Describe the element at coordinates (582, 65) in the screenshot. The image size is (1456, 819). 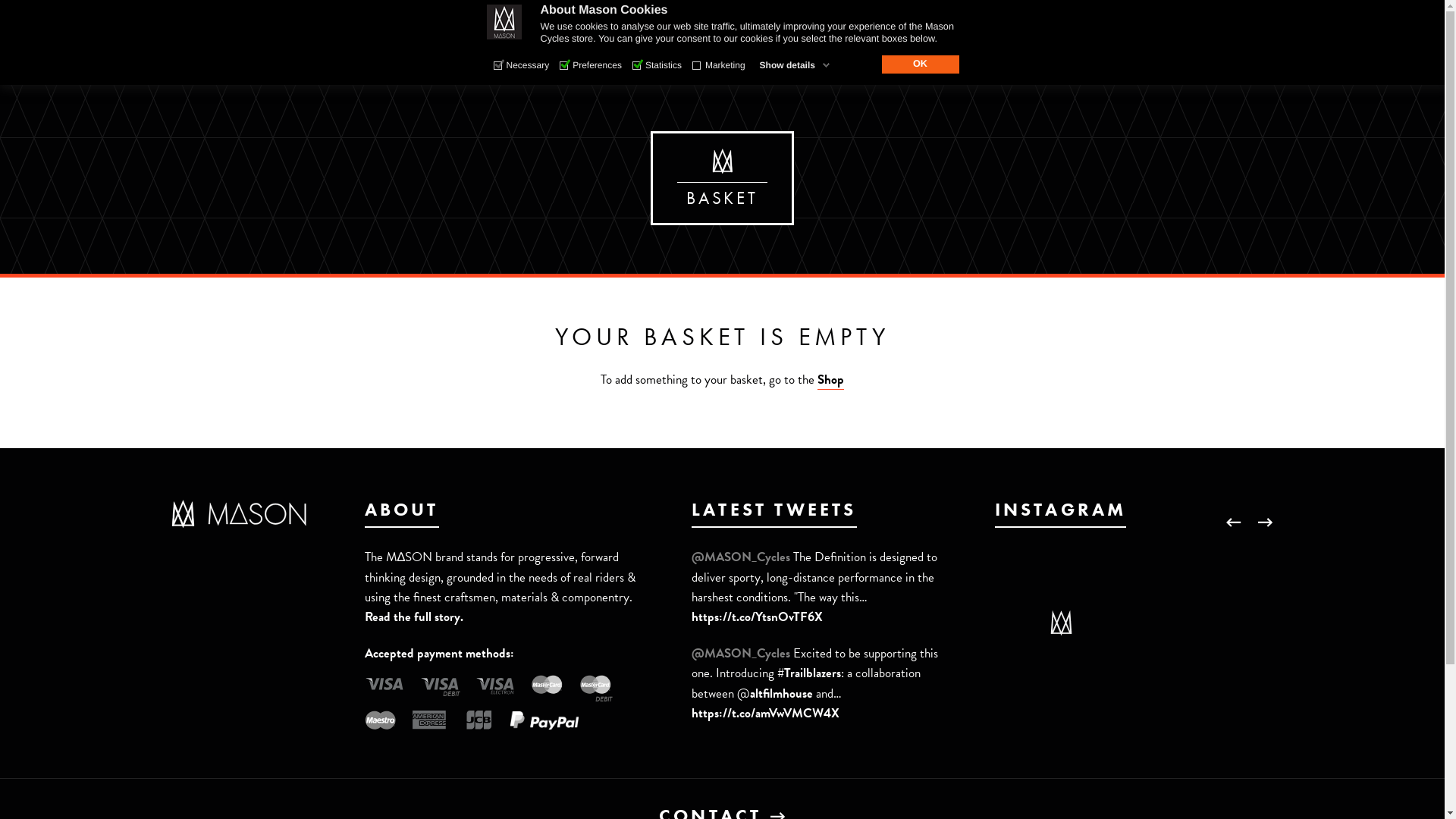
I see `'ALL'` at that location.